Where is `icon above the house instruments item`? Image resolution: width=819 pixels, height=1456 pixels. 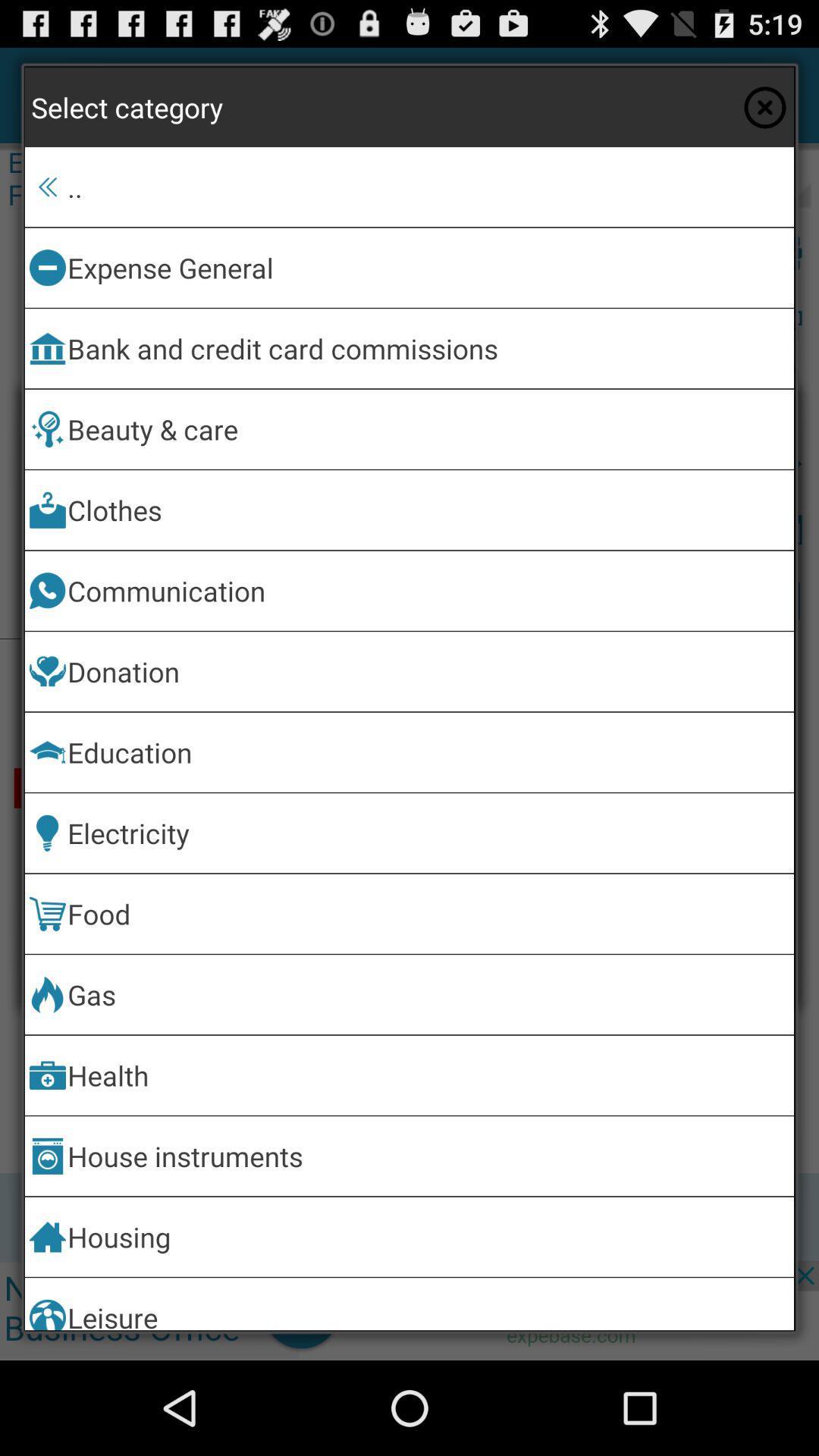
icon above the house instruments item is located at coordinates (428, 1075).